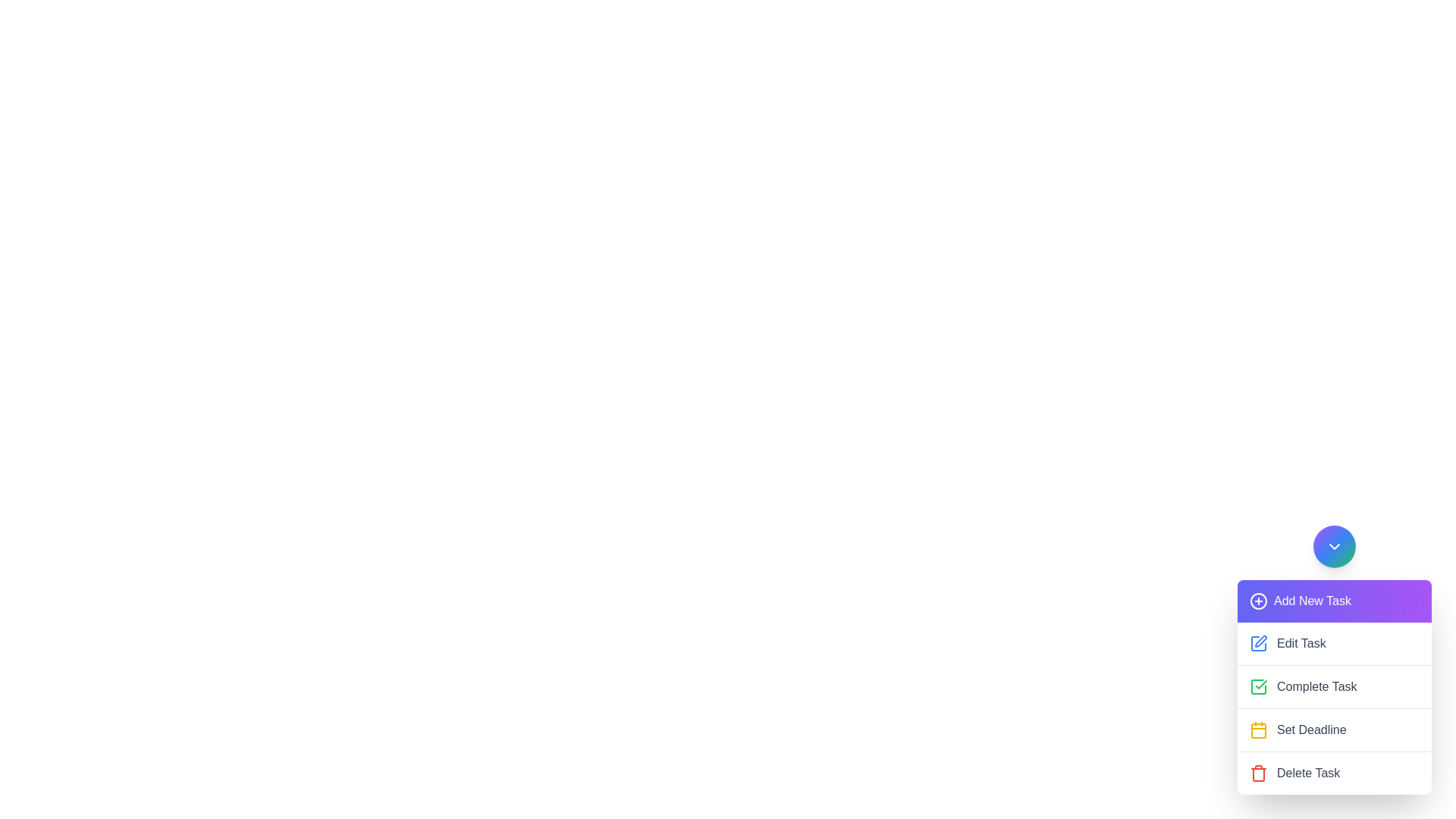  I want to click on the graphic icon of a circle containing a plus sign, located within the purple 'Add New Task' button in the task management interface, so click(1259, 601).